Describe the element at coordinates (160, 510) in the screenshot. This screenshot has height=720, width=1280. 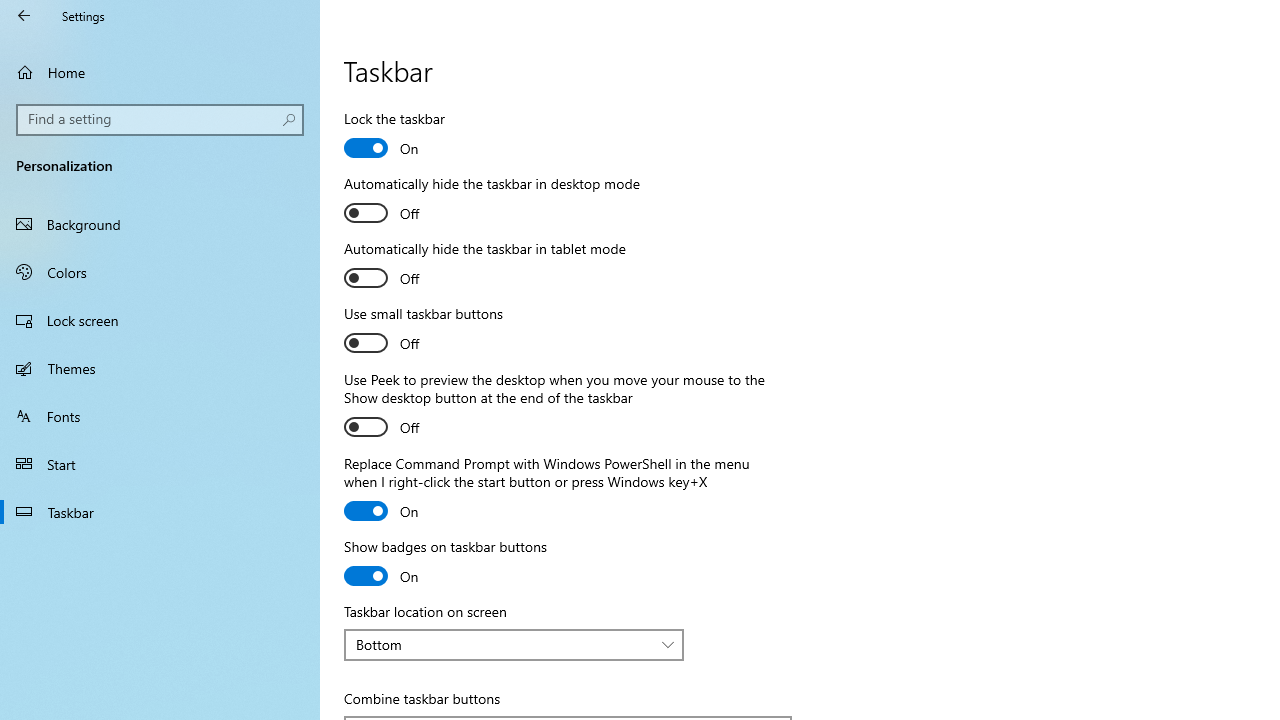
I see `'Taskbar'` at that location.